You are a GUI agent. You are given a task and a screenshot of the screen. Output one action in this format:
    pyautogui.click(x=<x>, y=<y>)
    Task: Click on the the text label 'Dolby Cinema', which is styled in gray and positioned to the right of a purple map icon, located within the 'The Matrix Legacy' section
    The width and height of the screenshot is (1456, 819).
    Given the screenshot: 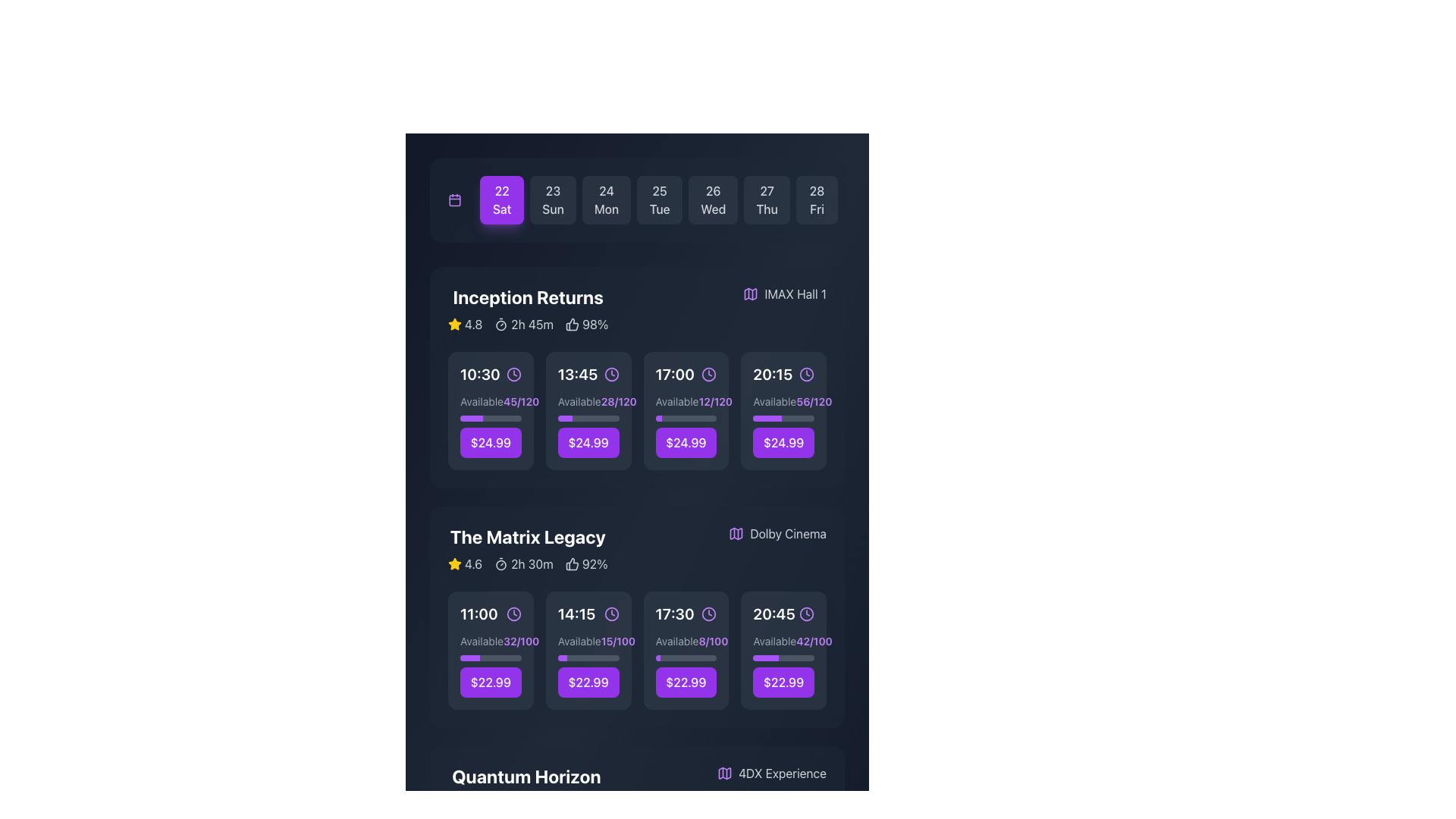 What is the action you would take?
    pyautogui.click(x=788, y=533)
    